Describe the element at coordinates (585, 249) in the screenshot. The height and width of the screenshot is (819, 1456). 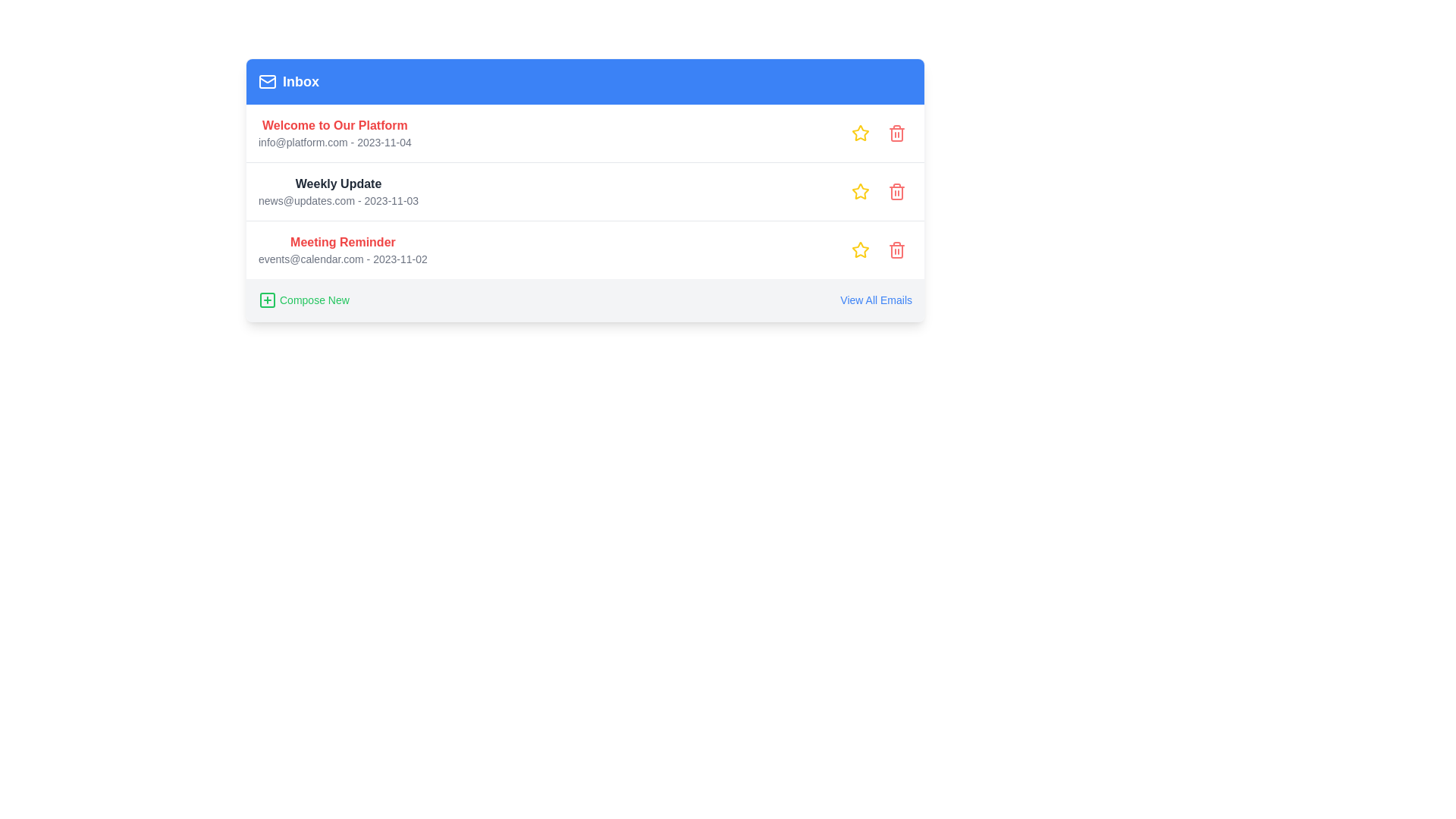
I see `displayed text on the 'Meeting Reminder' message card, which includes the title in bold red text and the subtitle in smaller gray text` at that location.